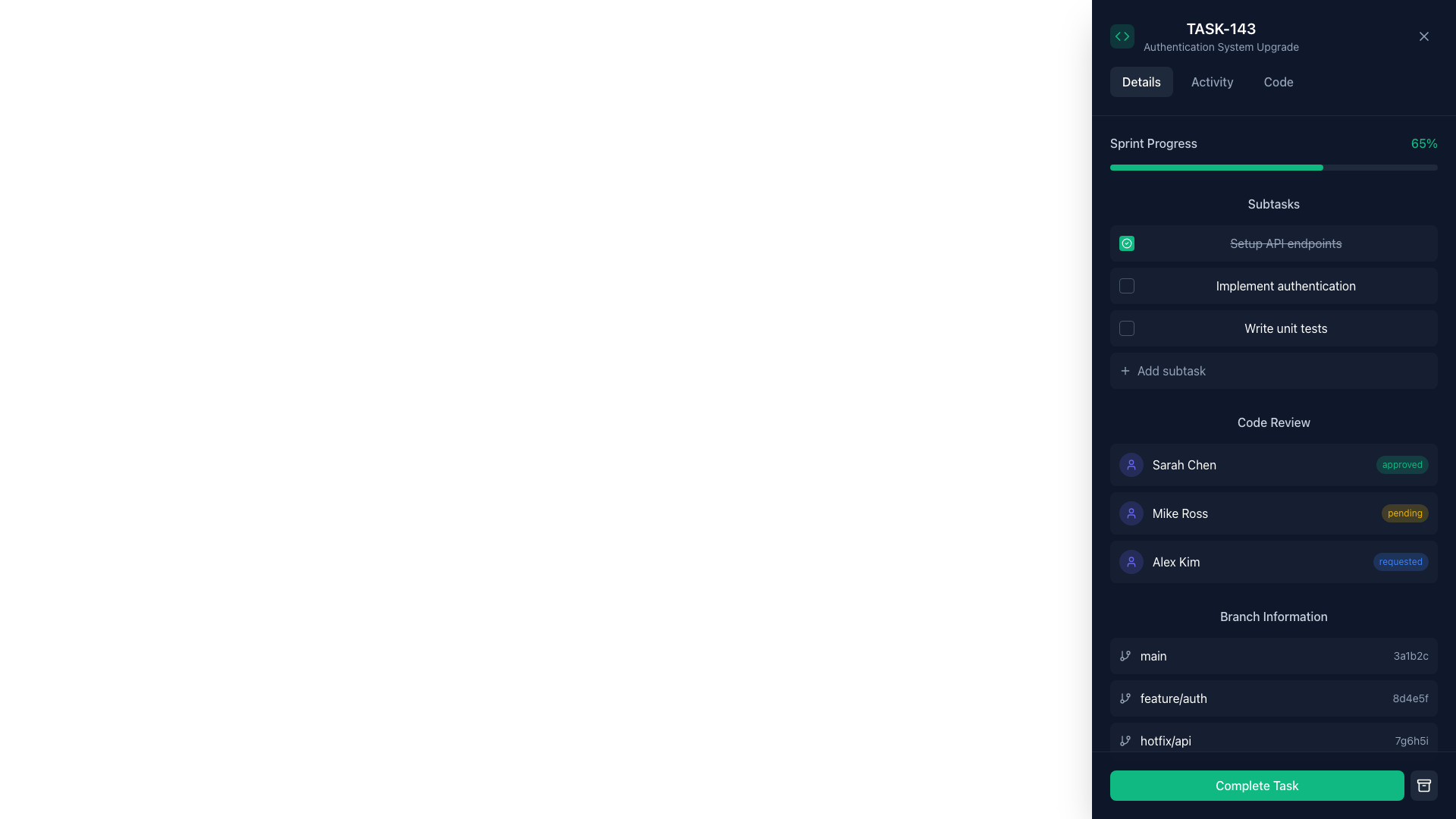  Describe the element at coordinates (1401, 464) in the screenshot. I see `status text of the 'approved' badge located at the end of the row for 'Sarah Chen' in the 'Code Review' section` at that location.